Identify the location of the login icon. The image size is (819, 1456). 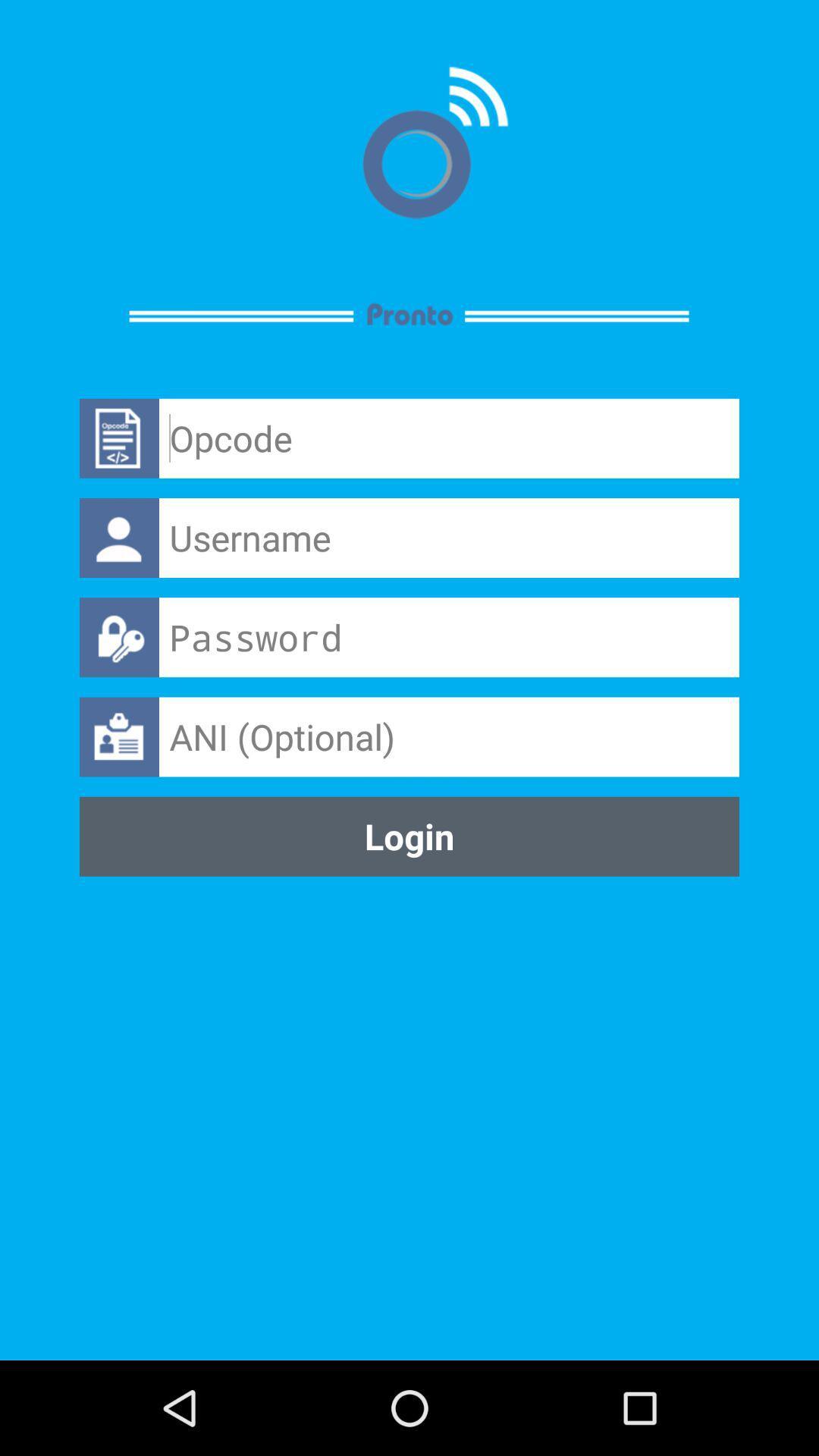
(409, 836).